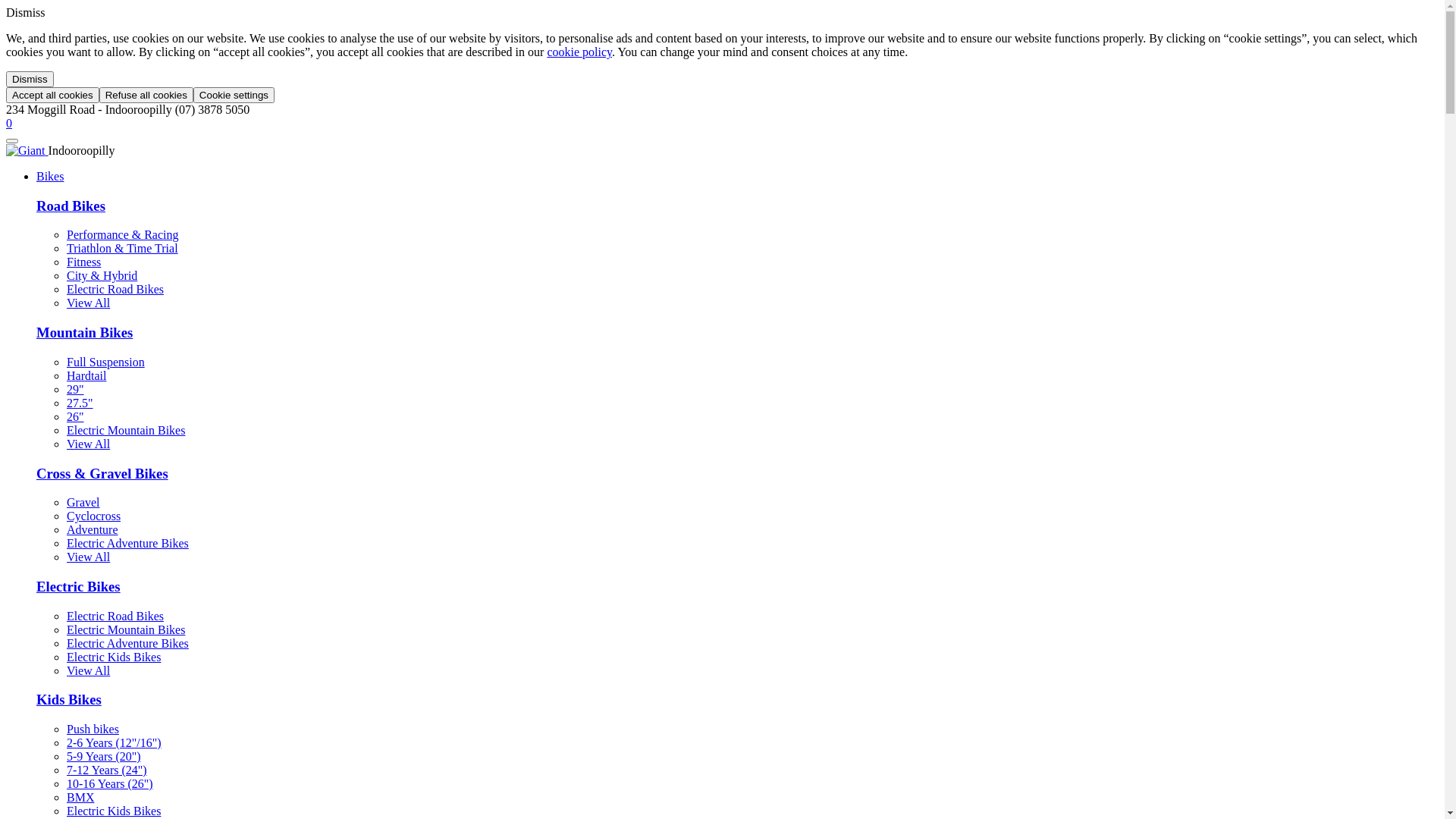 The height and width of the screenshot is (819, 1456). I want to click on 'Adventure', so click(91, 529).